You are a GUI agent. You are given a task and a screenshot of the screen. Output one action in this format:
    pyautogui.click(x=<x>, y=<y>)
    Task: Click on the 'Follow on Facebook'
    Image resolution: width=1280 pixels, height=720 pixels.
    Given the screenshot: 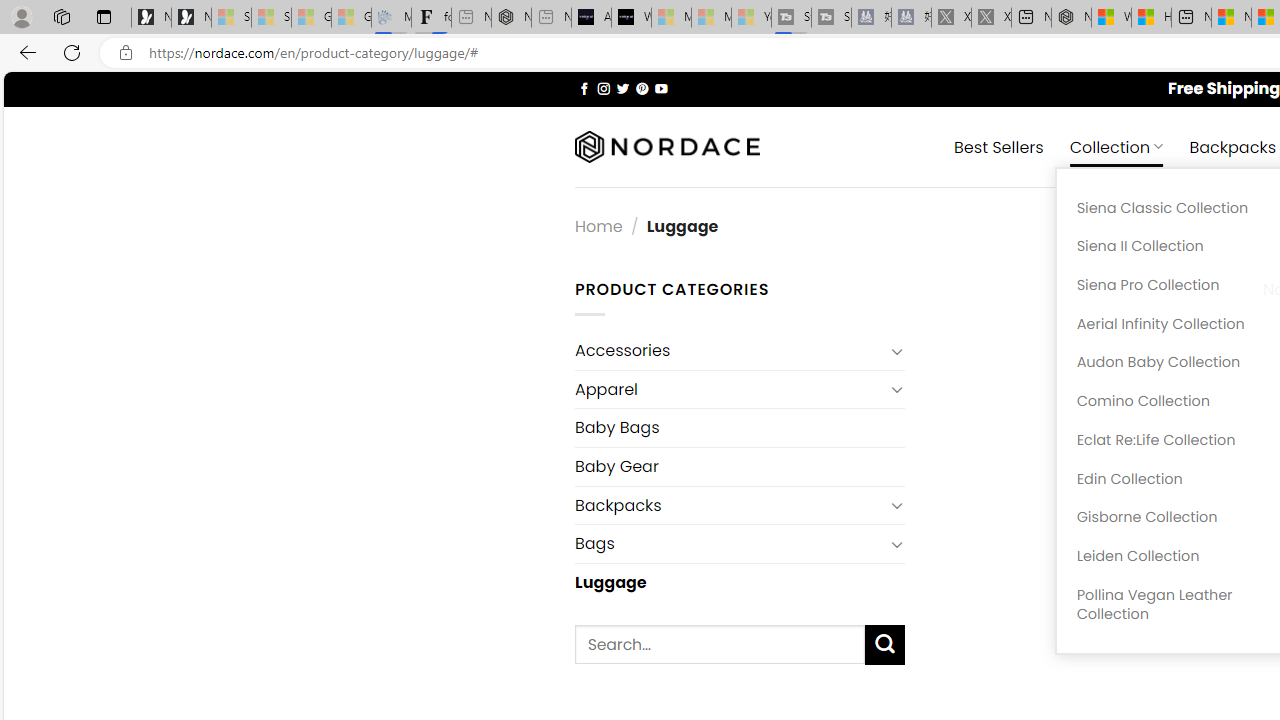 What is the action you would take?
    pyautogui.click(x=583, y=87)
    